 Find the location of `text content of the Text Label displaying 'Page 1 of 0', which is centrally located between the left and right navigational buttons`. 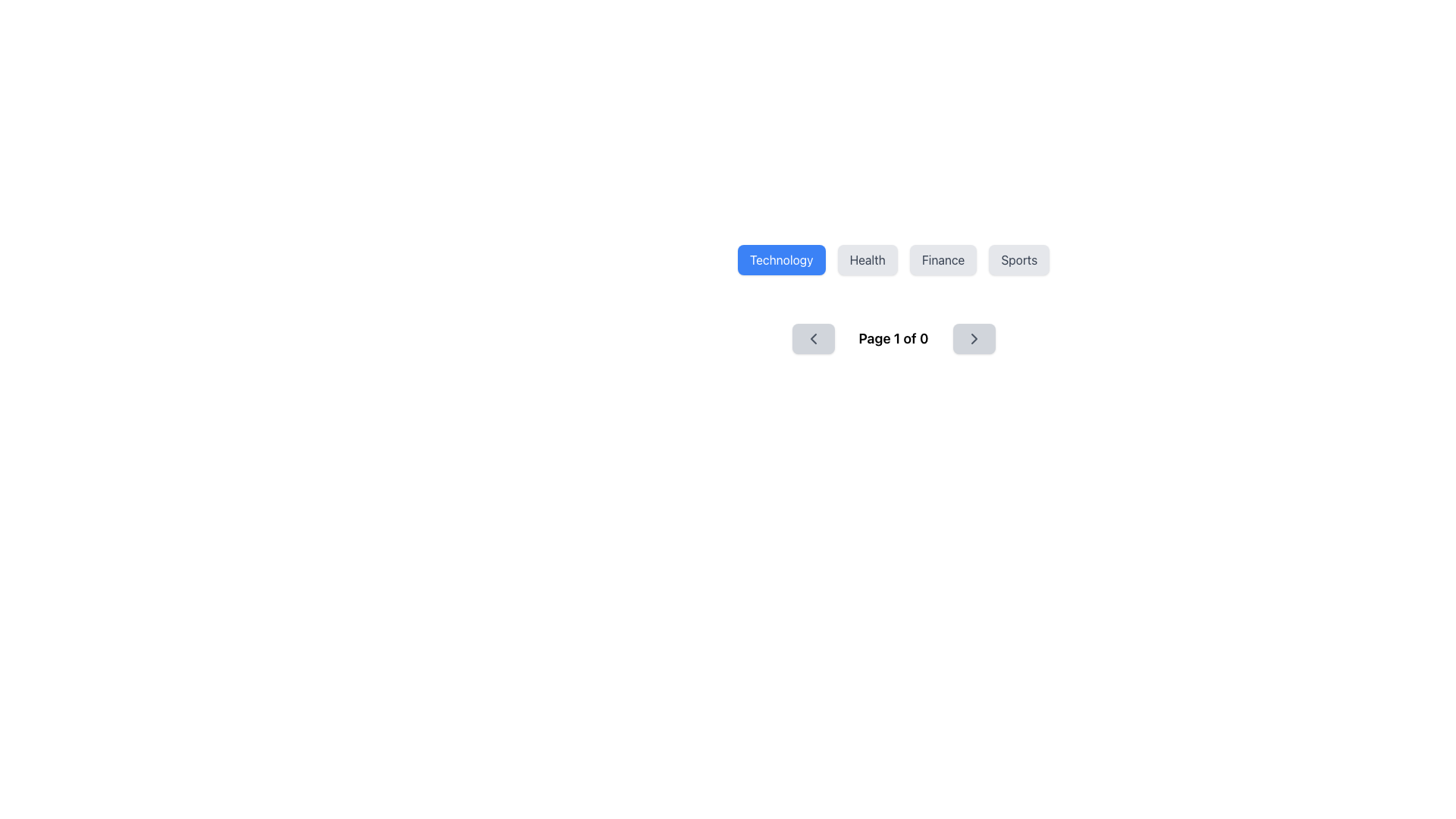

text content of the Text Label displaying 'Page 1 of 0', which is centrally located between the left and right navigational buttons is located at coordinates (893, 338).